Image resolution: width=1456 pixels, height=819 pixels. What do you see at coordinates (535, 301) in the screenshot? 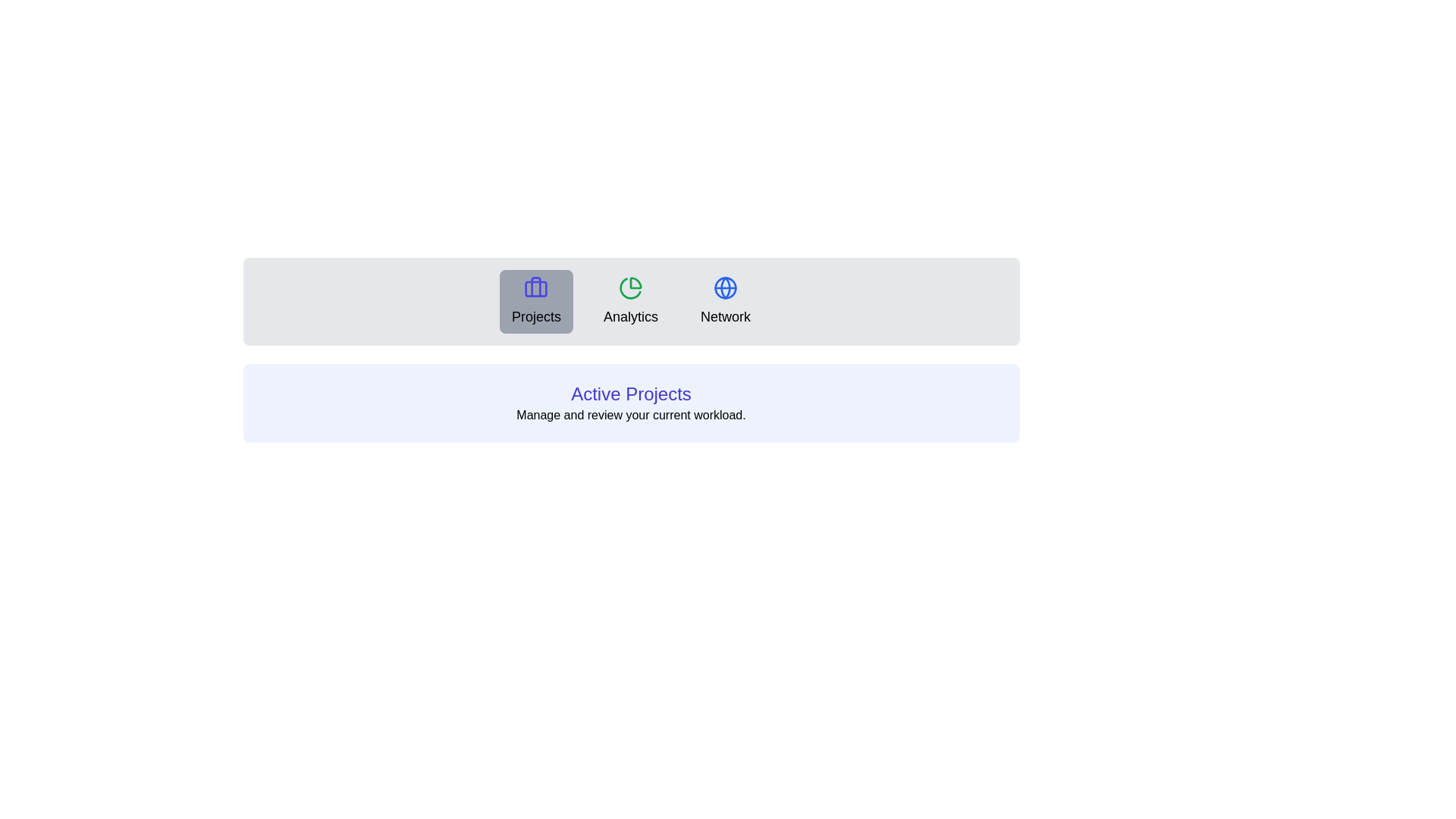
I see `the tab labeled Projects to observe the style and content changes` at bounding box center [535, 301].